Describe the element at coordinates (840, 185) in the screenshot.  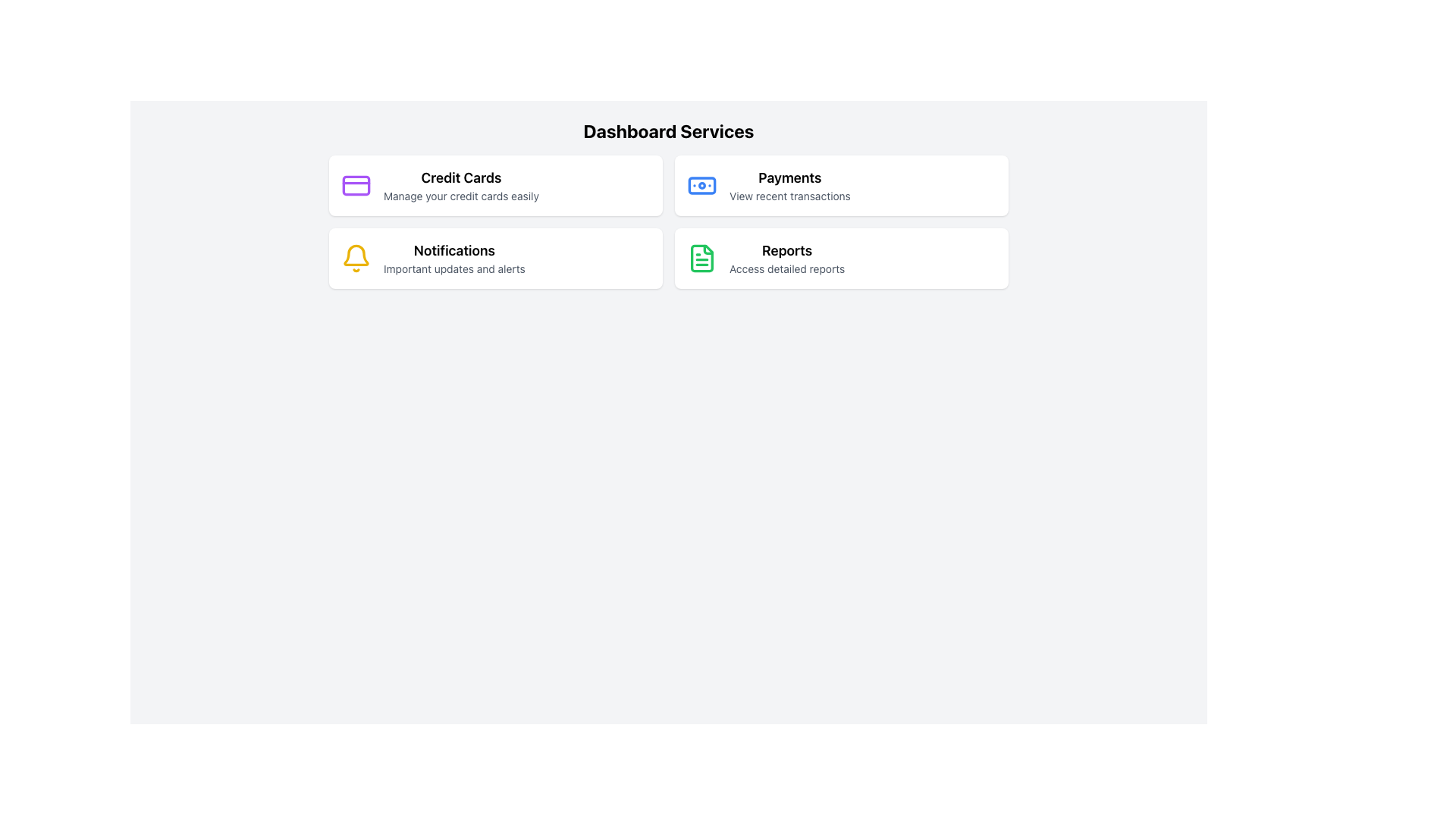
I see `the clickable card located in the second column of the top row` at that location.